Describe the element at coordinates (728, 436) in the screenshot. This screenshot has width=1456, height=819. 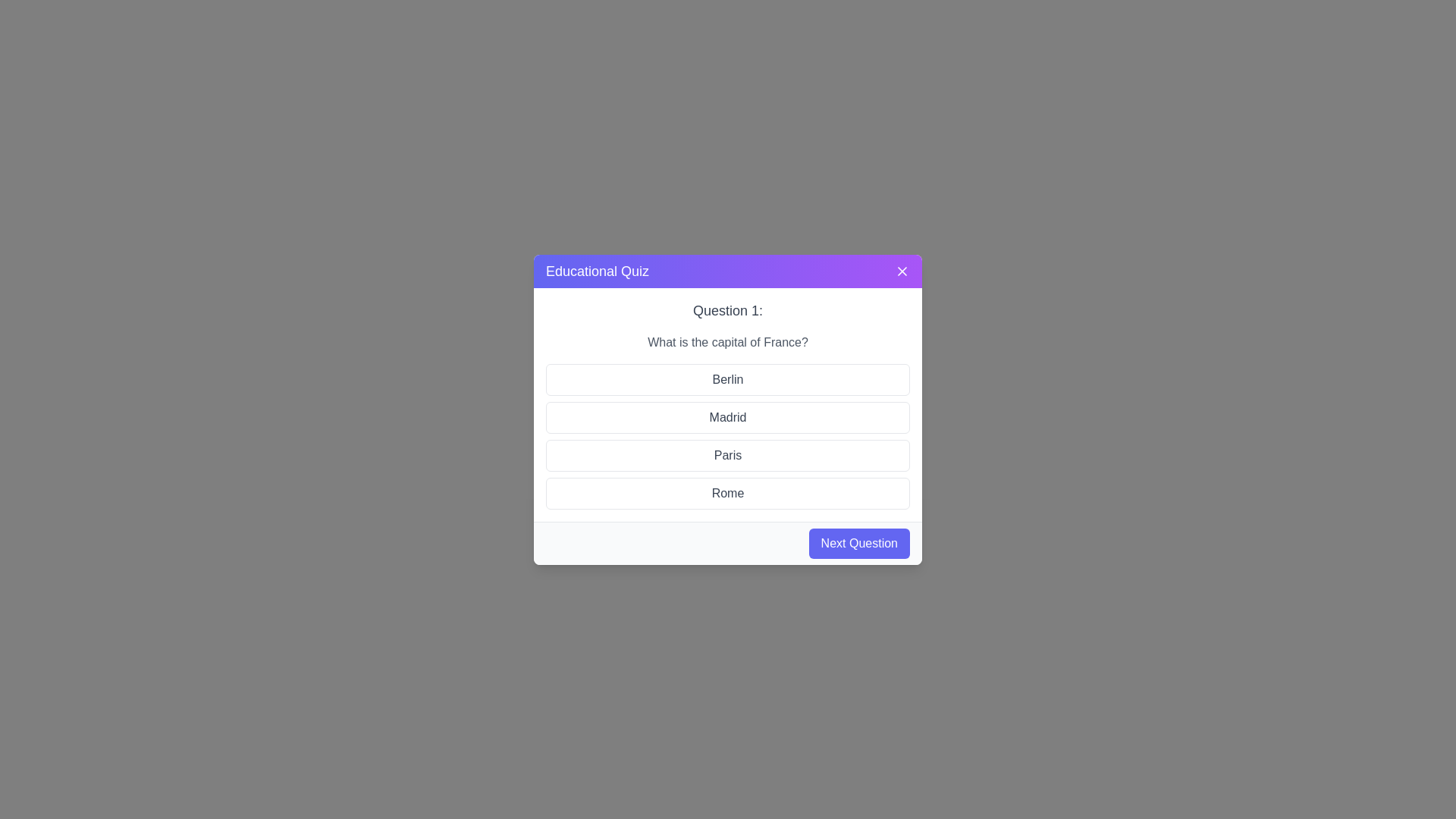
I see `the option` at that location.